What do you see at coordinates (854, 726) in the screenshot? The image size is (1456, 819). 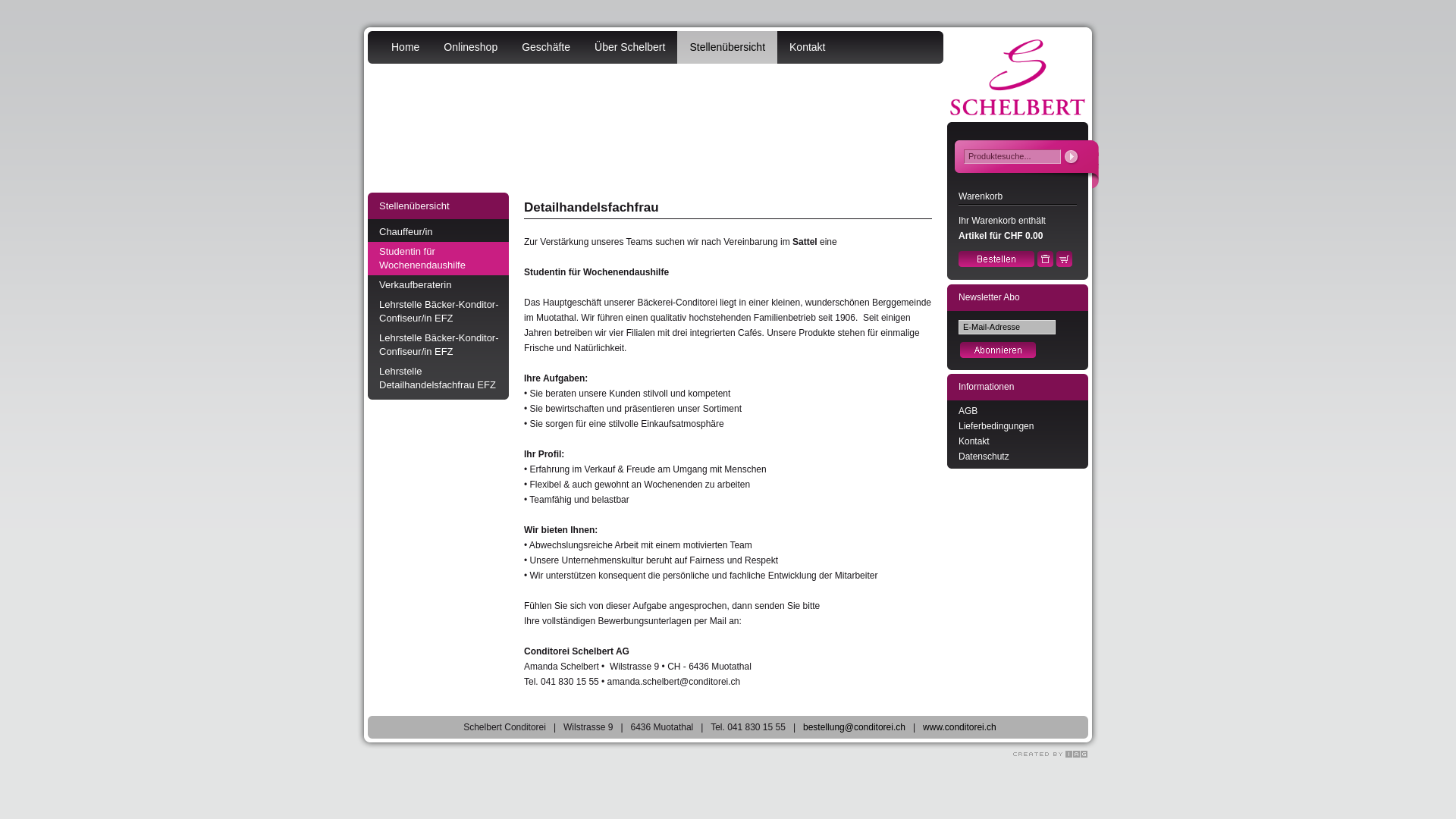 I see `'bestellung@conditorei.ch'` at bounding box center [854, 726].